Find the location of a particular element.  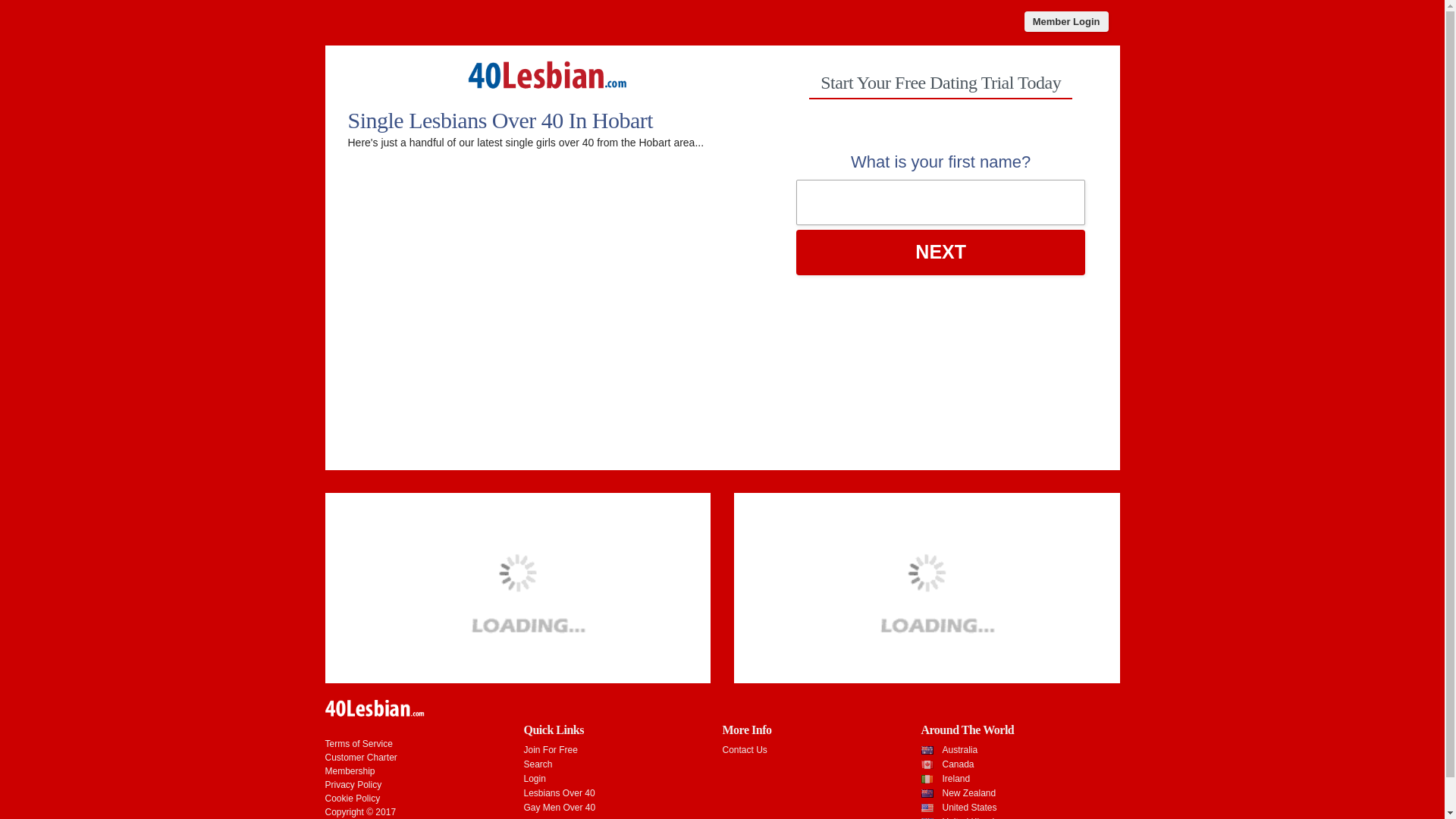

'Terms of Service' is located at coordinates (323, 742).